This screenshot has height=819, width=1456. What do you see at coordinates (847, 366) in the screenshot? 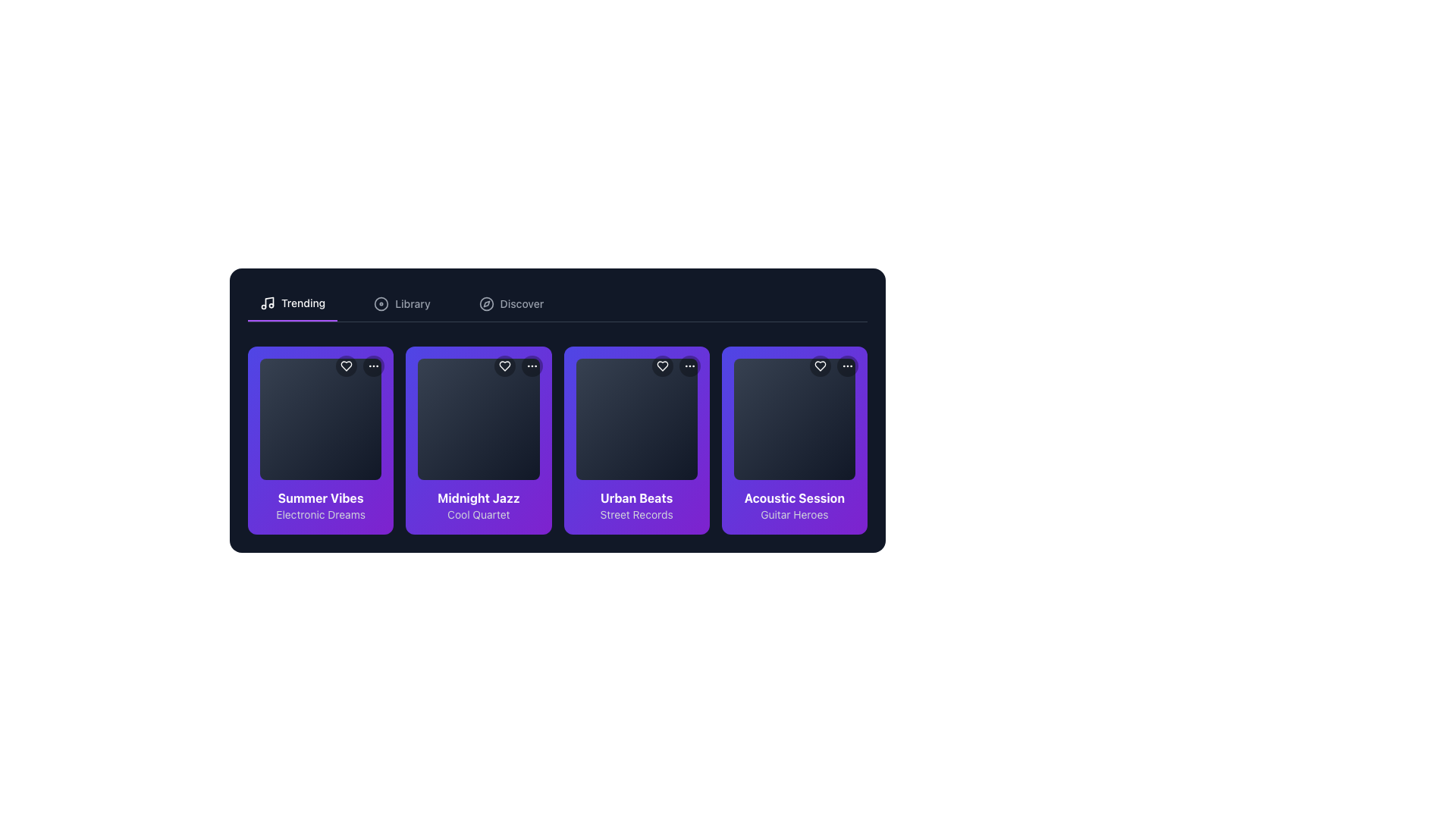
I see `the button located at the top-right corner of the 'Acoustic Session' card` at bounding box center [847, 366].